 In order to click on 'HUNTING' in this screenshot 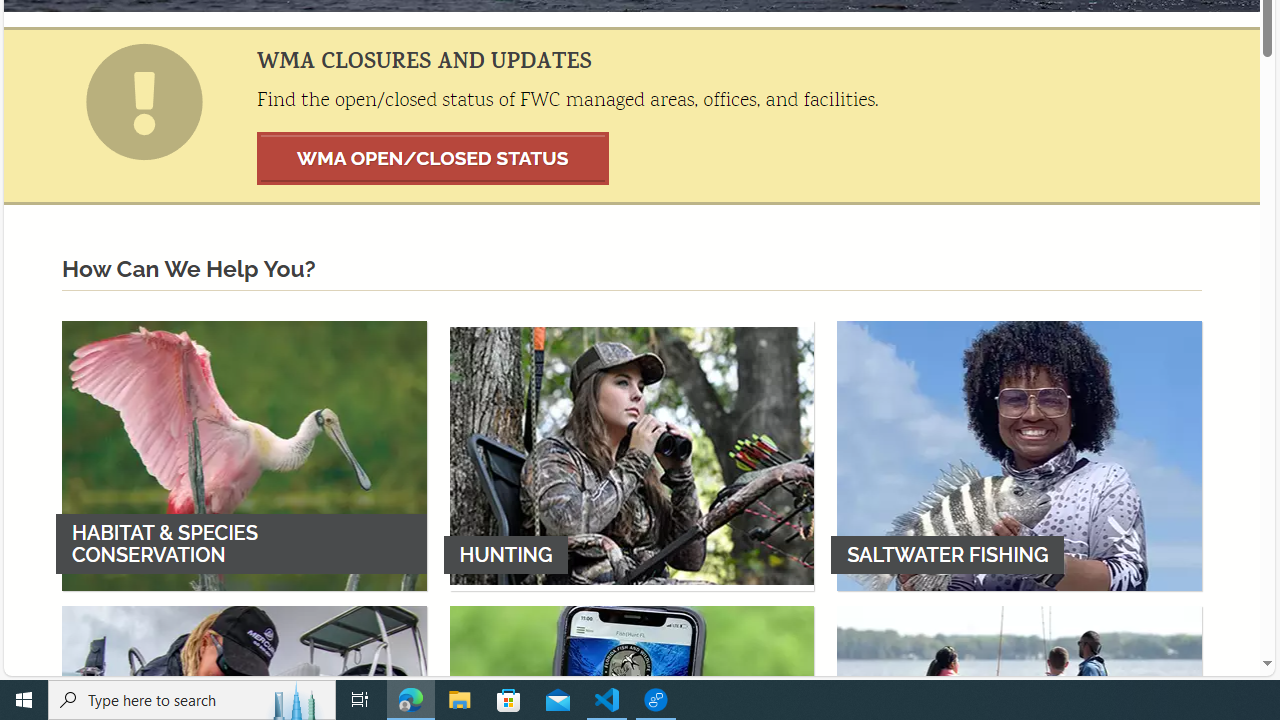, I will do `click(631, 455)`.